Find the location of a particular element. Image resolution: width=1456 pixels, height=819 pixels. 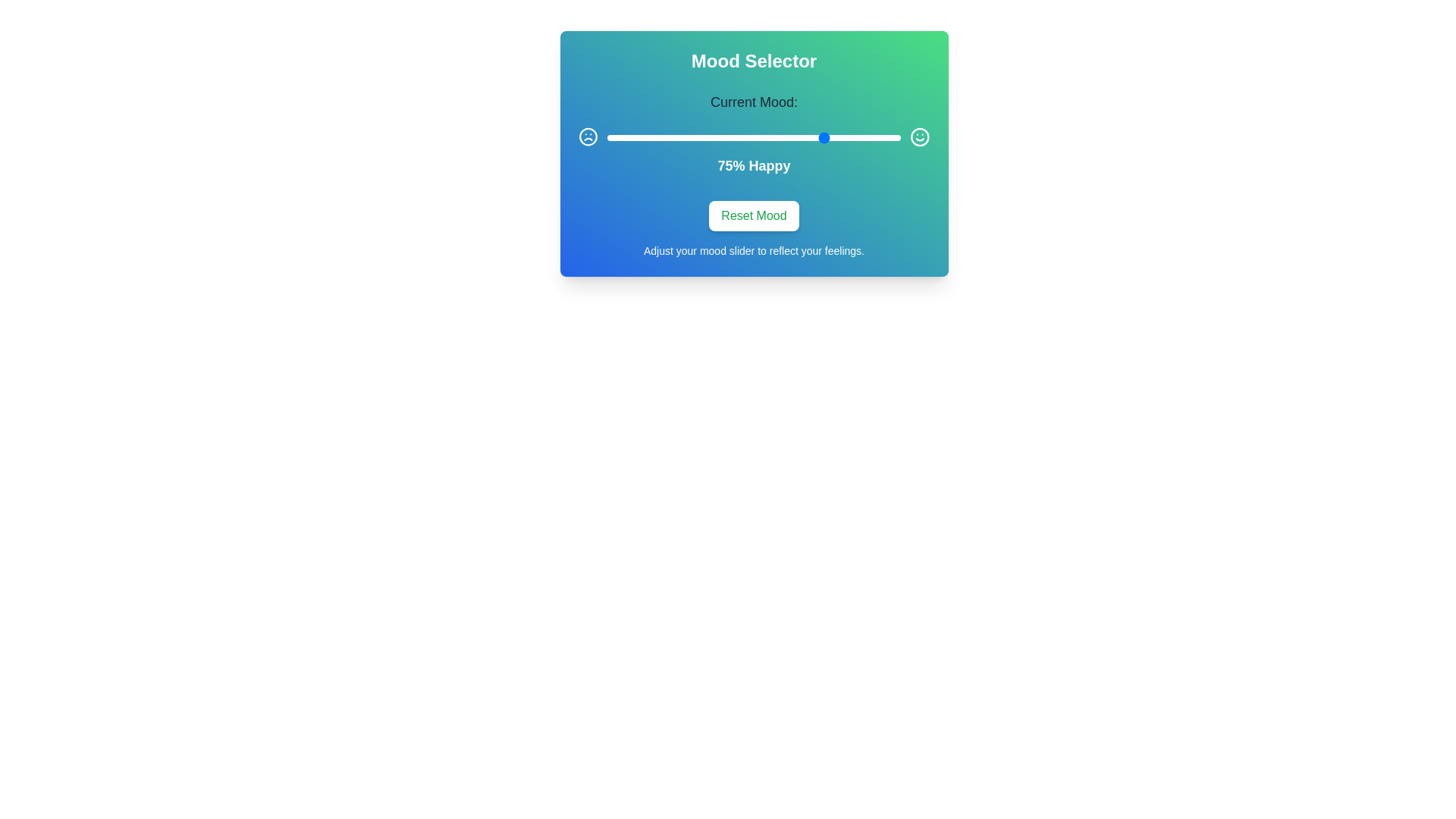

the 'Reset Mood' button to set the mood to 50 is located at coordinates (754, 216).